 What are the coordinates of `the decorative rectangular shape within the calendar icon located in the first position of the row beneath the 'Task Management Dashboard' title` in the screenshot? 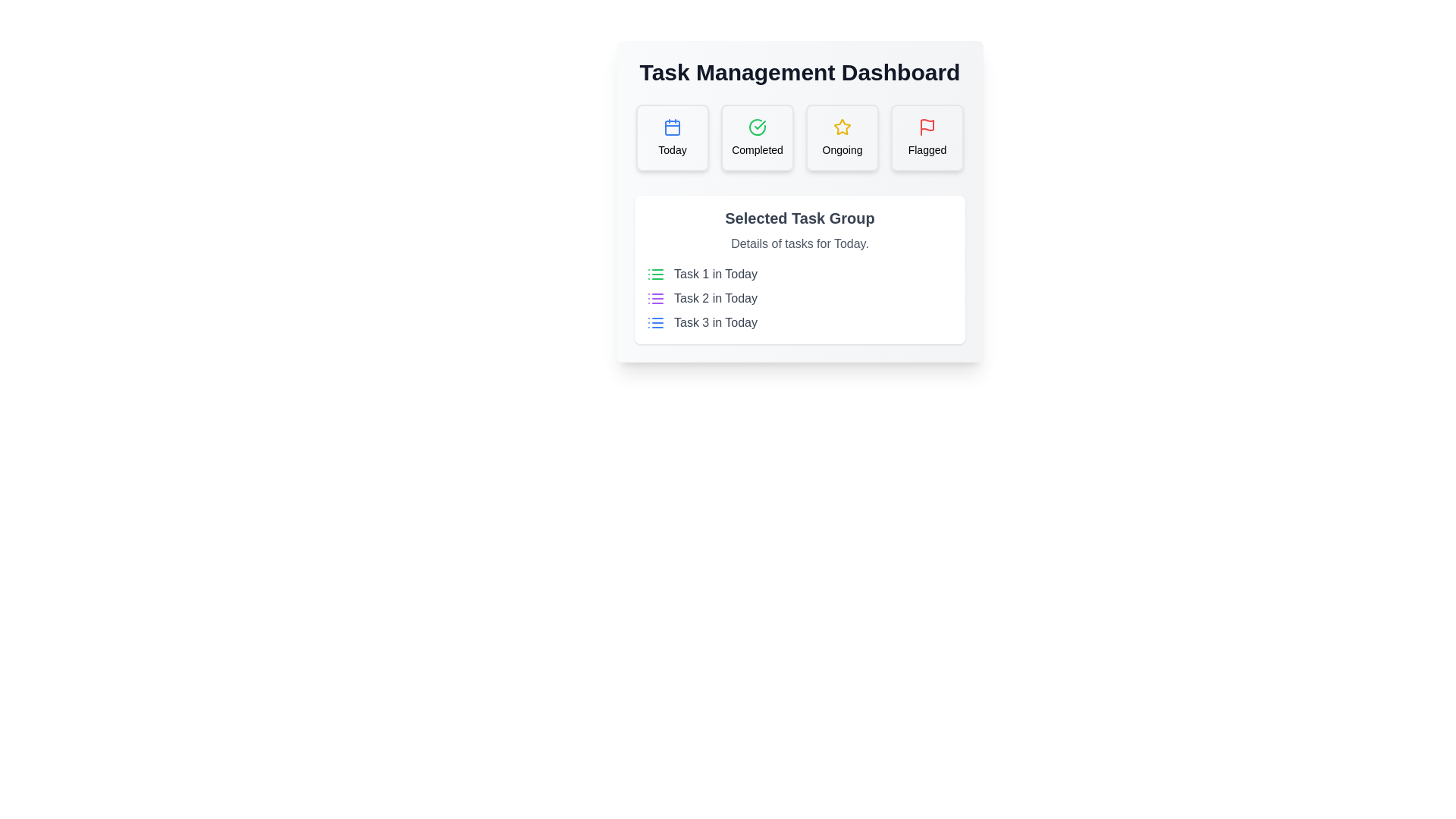 It's located at (672, 127).